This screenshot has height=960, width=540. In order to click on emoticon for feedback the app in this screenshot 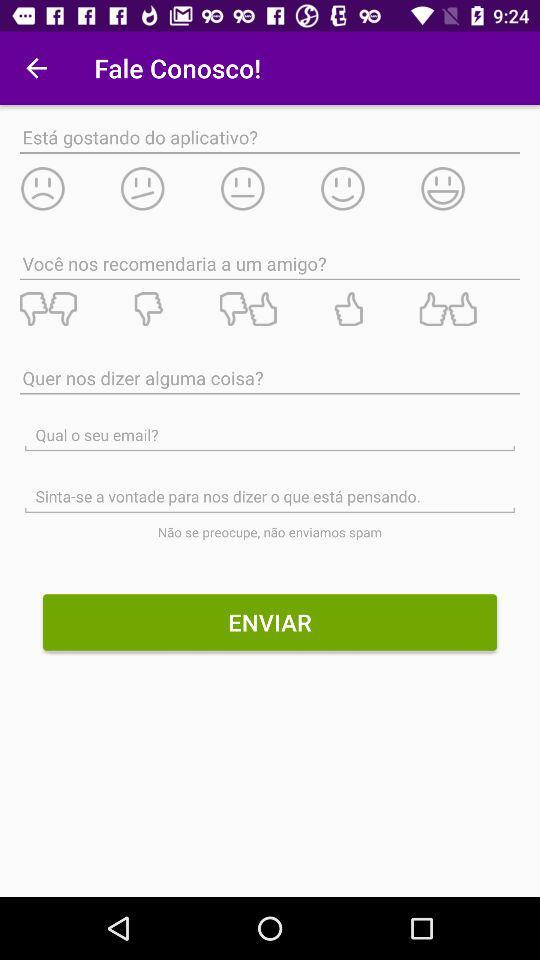, I will do `click(368, 188)`.